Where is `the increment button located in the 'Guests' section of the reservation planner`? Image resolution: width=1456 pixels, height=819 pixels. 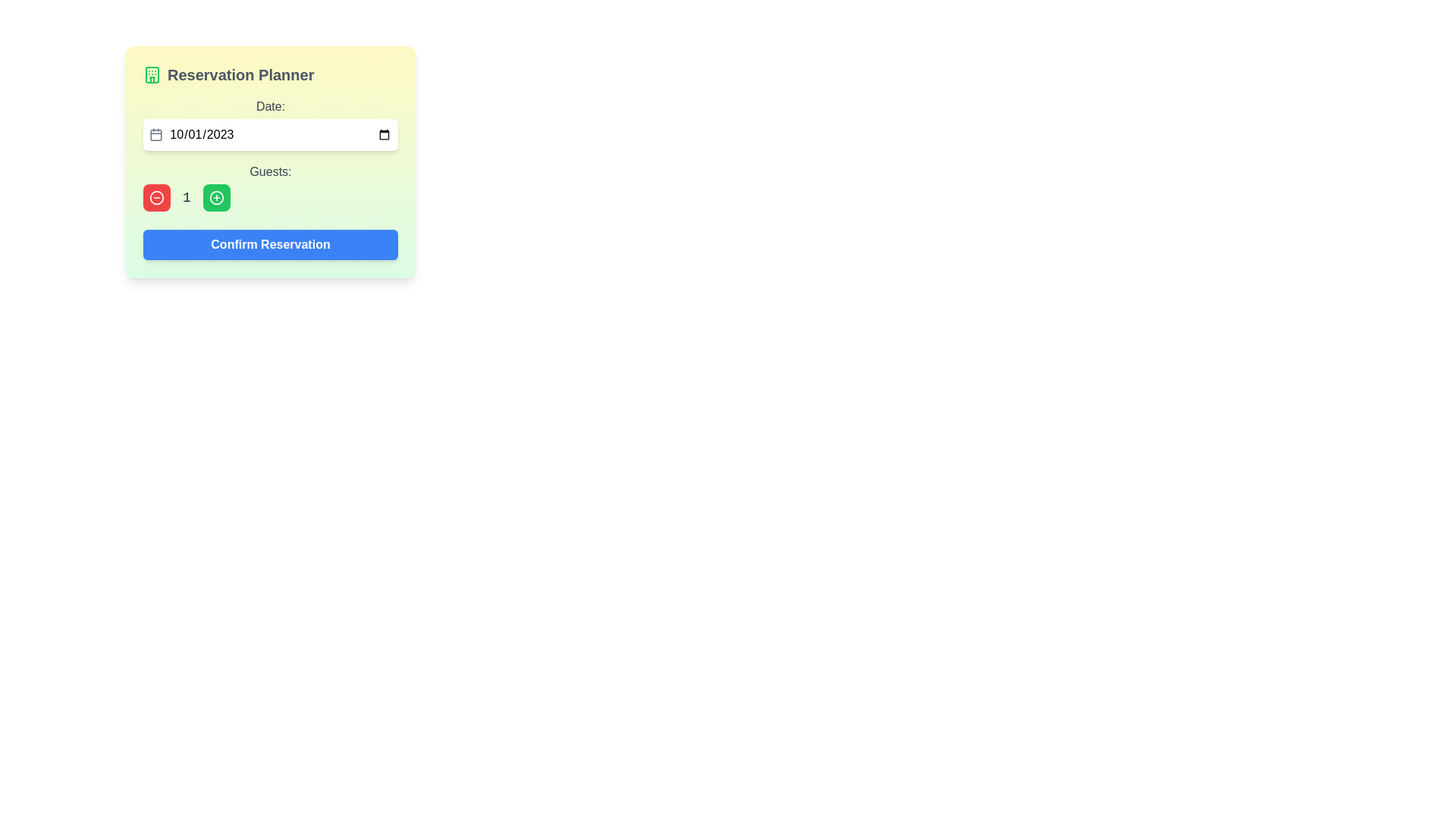 the increment button located in the 'Guests' section of the reservation planner is located at coordinates (215, 197).